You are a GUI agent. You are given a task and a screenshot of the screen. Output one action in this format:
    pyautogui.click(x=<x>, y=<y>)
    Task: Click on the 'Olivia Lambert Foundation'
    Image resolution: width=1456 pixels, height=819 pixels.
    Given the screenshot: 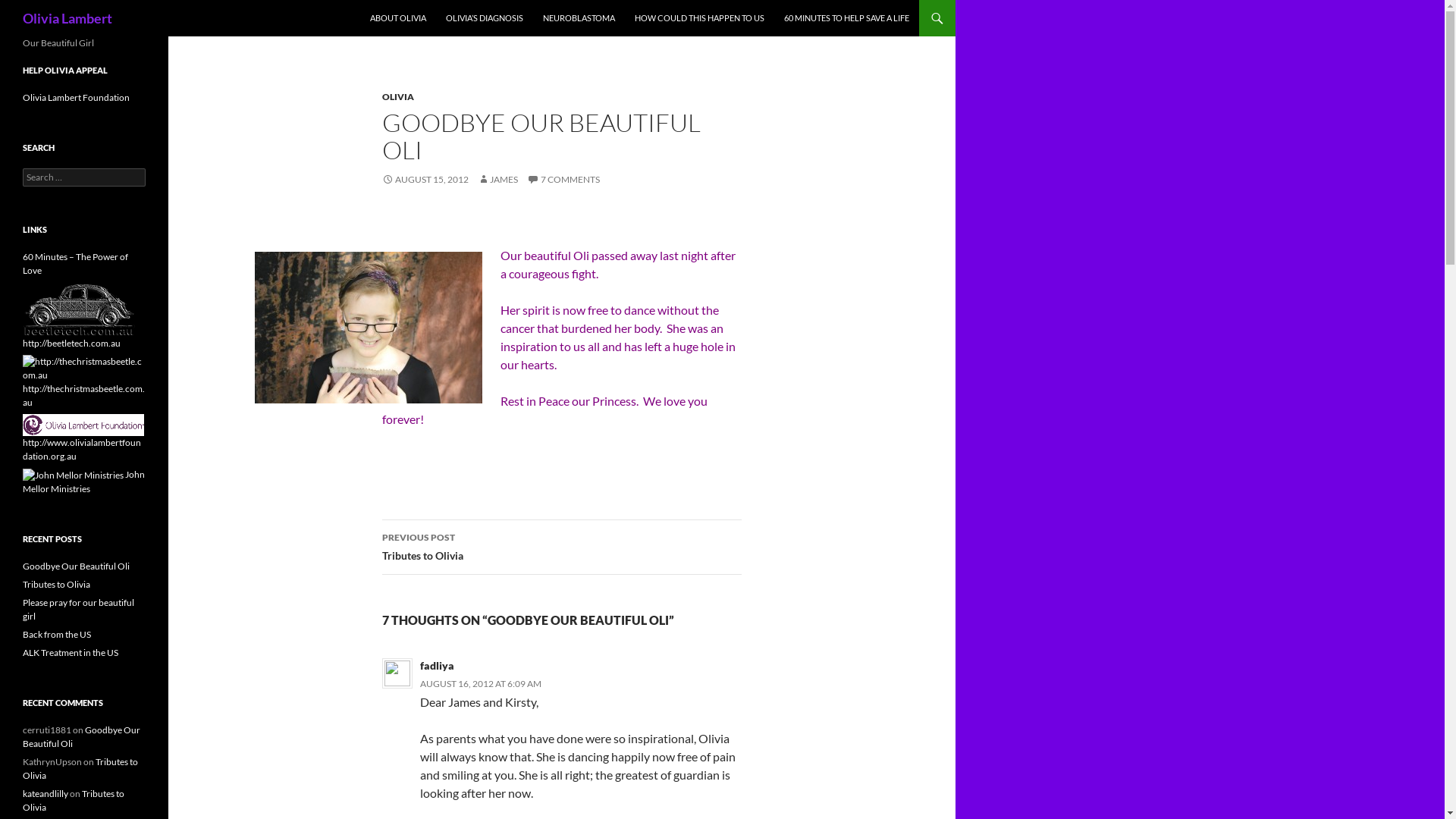 What is the action you would take?
    pyautogui.click(x=75, y=97)
    